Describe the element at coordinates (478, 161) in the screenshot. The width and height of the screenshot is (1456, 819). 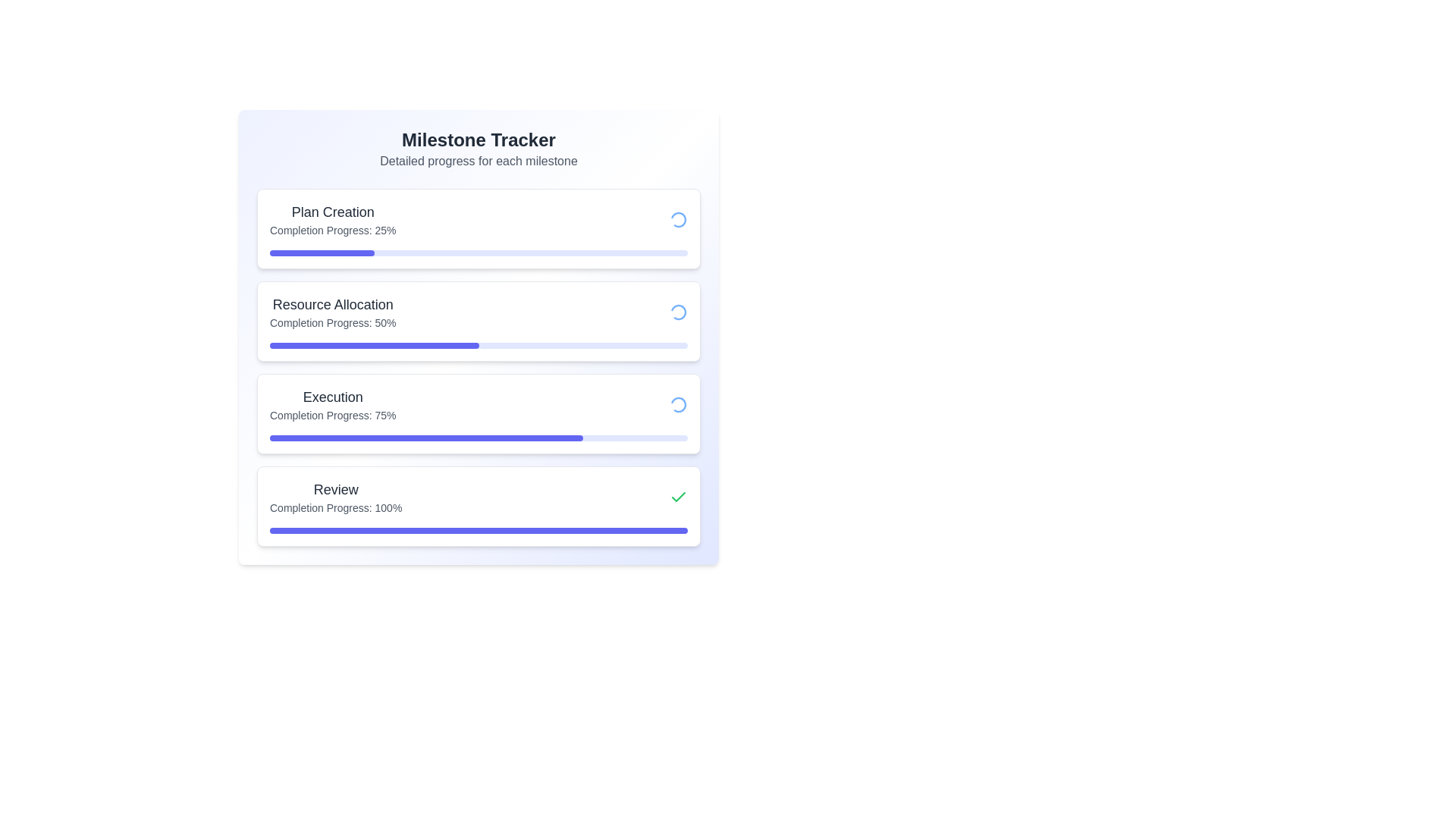
I see `the static text element that provides supplementary information below the title 'Milestone Tracker'` at that location.